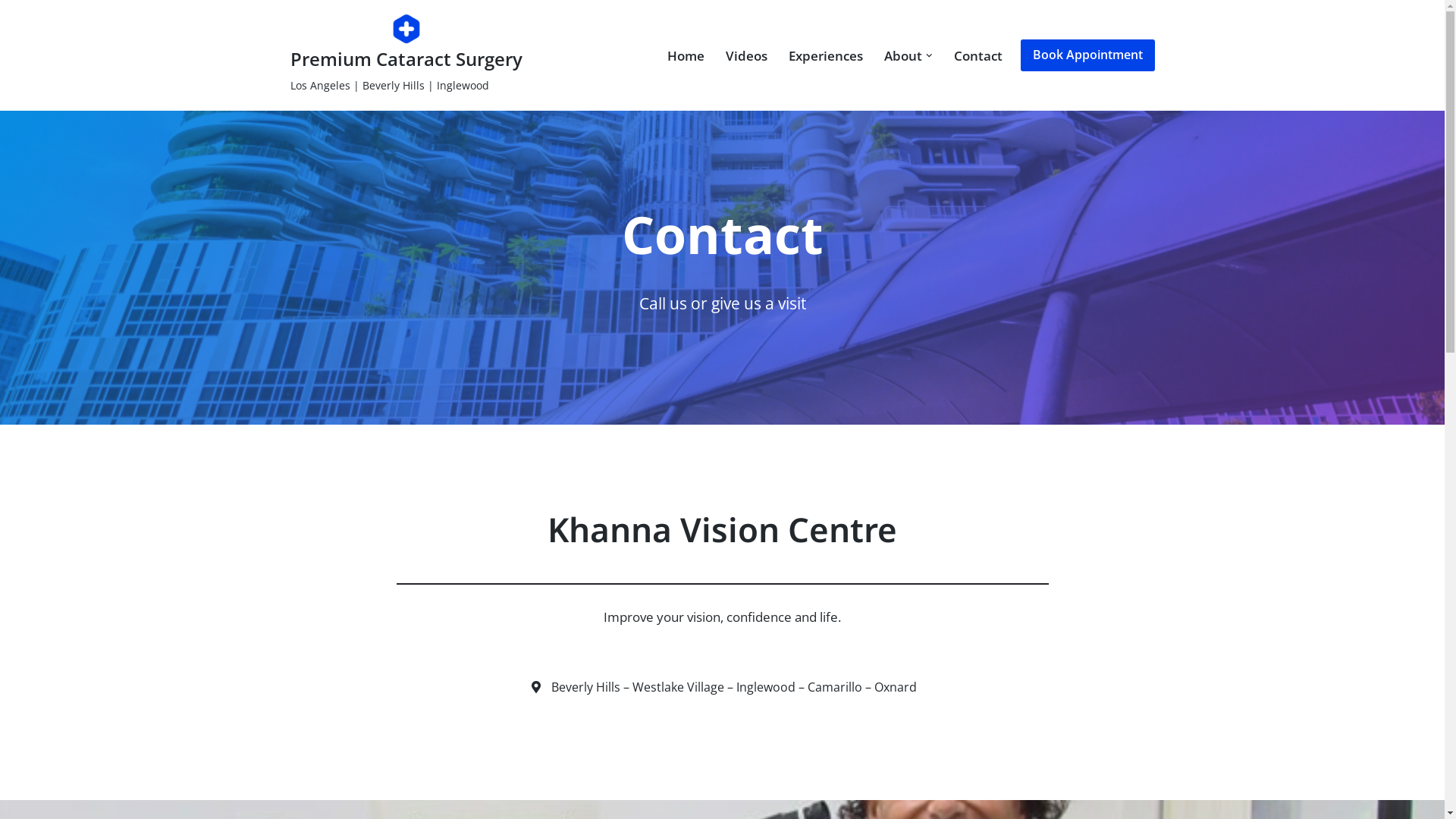  What do you see at coordinates (1087, 55) in the screenshot?
I see `'Book Appointment'` at bounding box center [1087, 55].